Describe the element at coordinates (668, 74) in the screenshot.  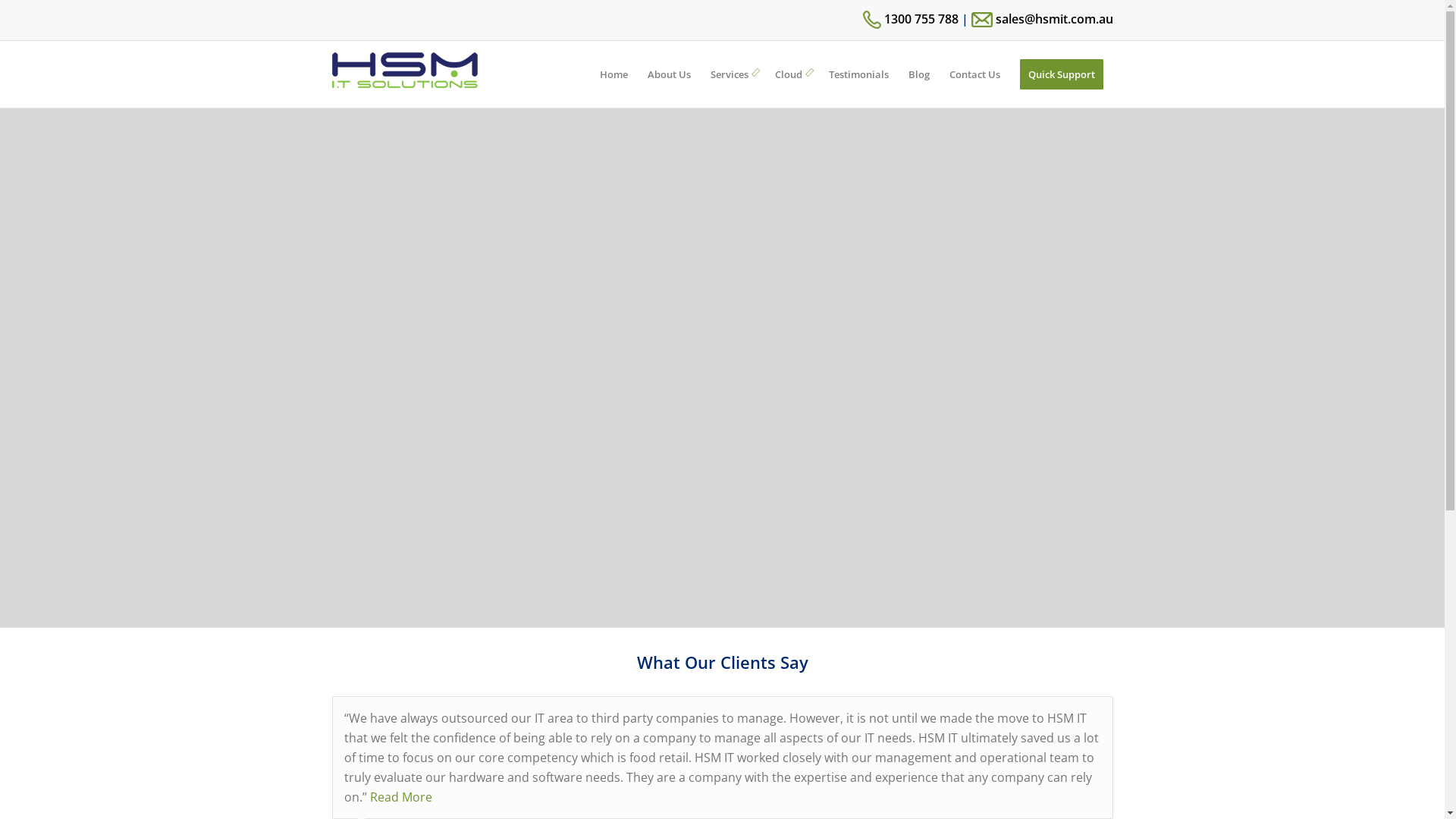
I see `'About Us'` at that location.